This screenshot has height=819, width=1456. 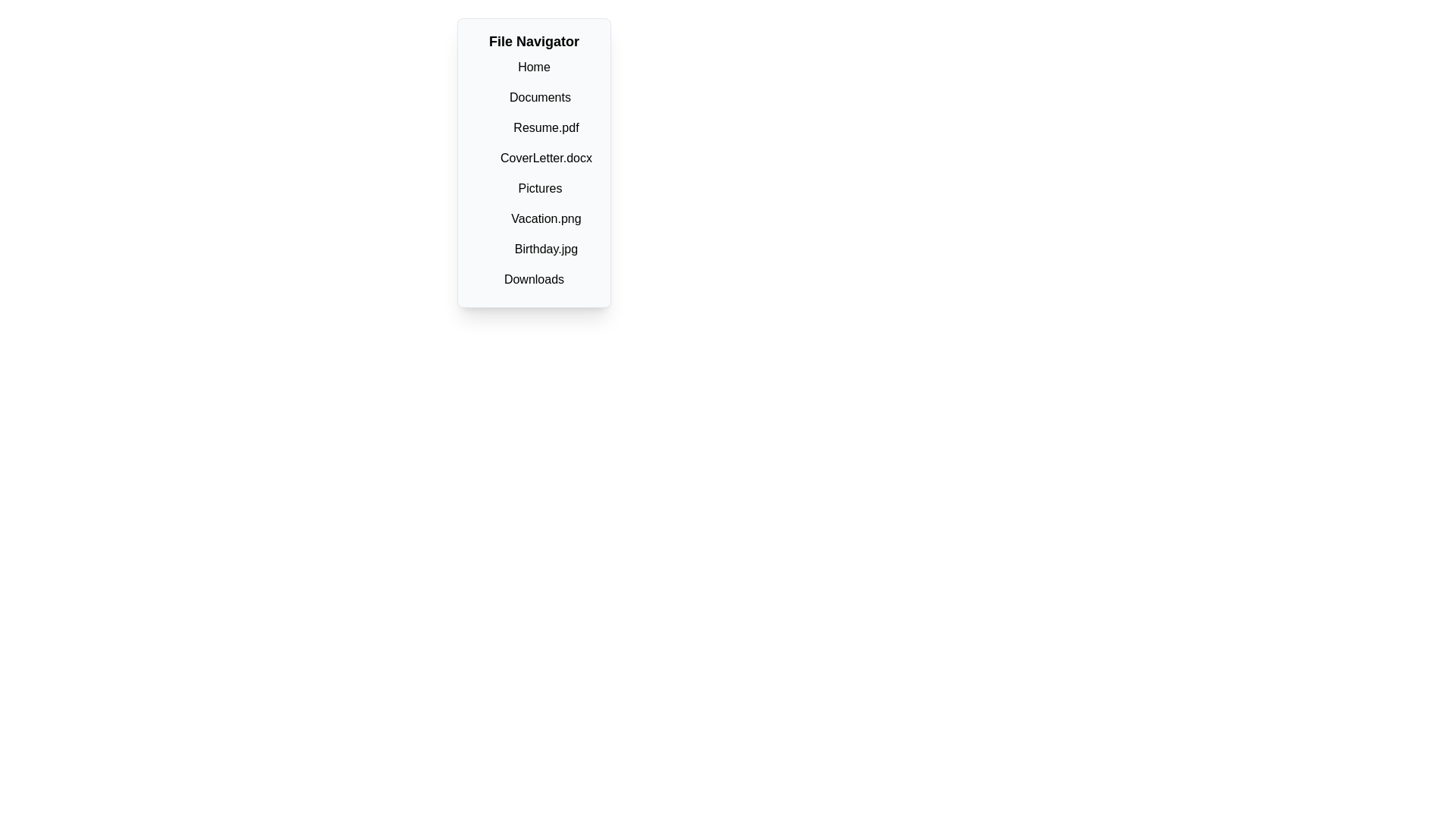 I want to click on the label displaying 'Resume.pdf', which is the second item under the 'Documents' header in the 'File Navigator' section, so click(x=540, y=127).